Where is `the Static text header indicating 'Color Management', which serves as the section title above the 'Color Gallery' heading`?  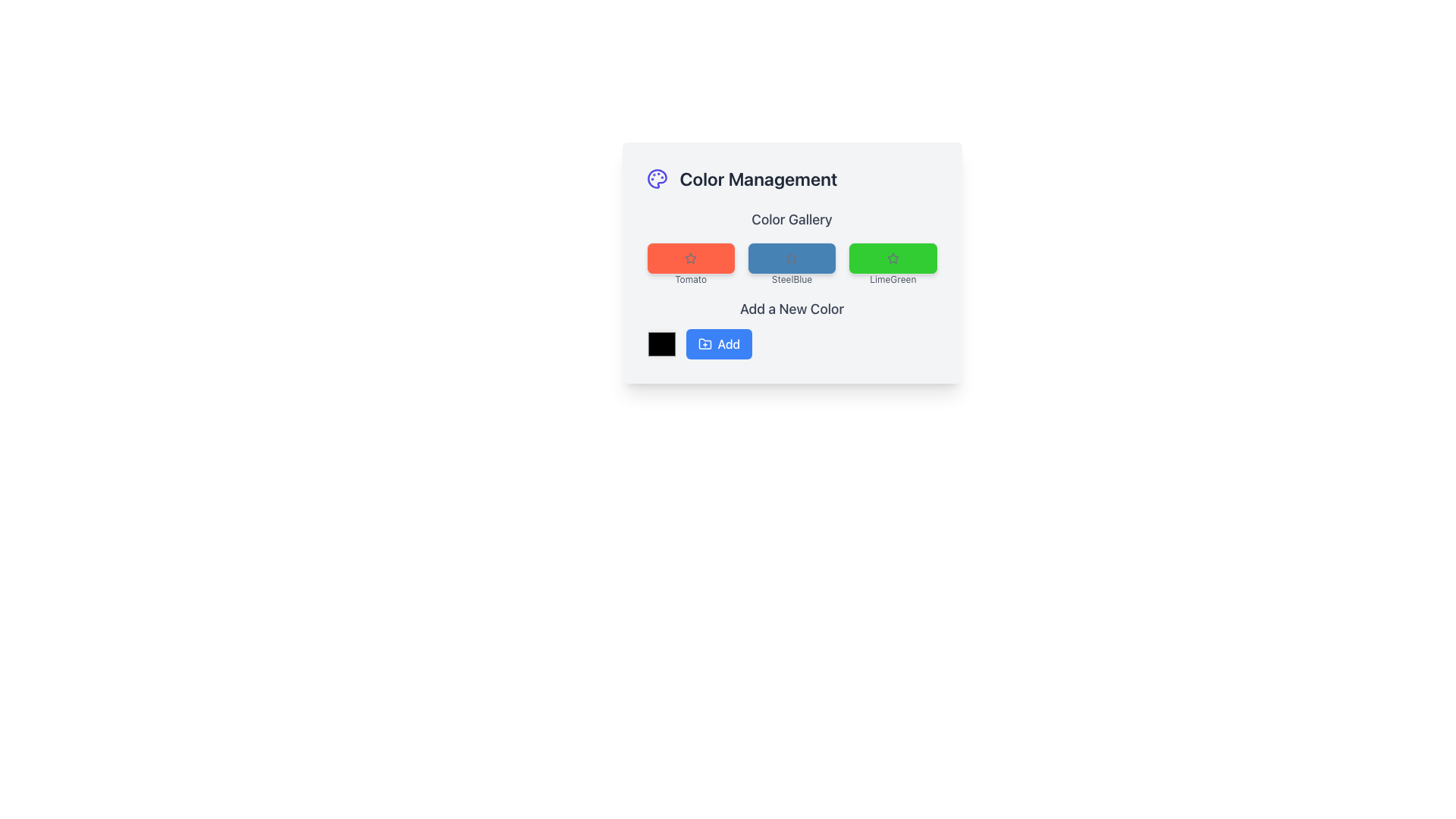 the Static text header indicating 'Color Management', which serves as the section title above the 'Color Gallery' heading is located at coordinates (758, 177).